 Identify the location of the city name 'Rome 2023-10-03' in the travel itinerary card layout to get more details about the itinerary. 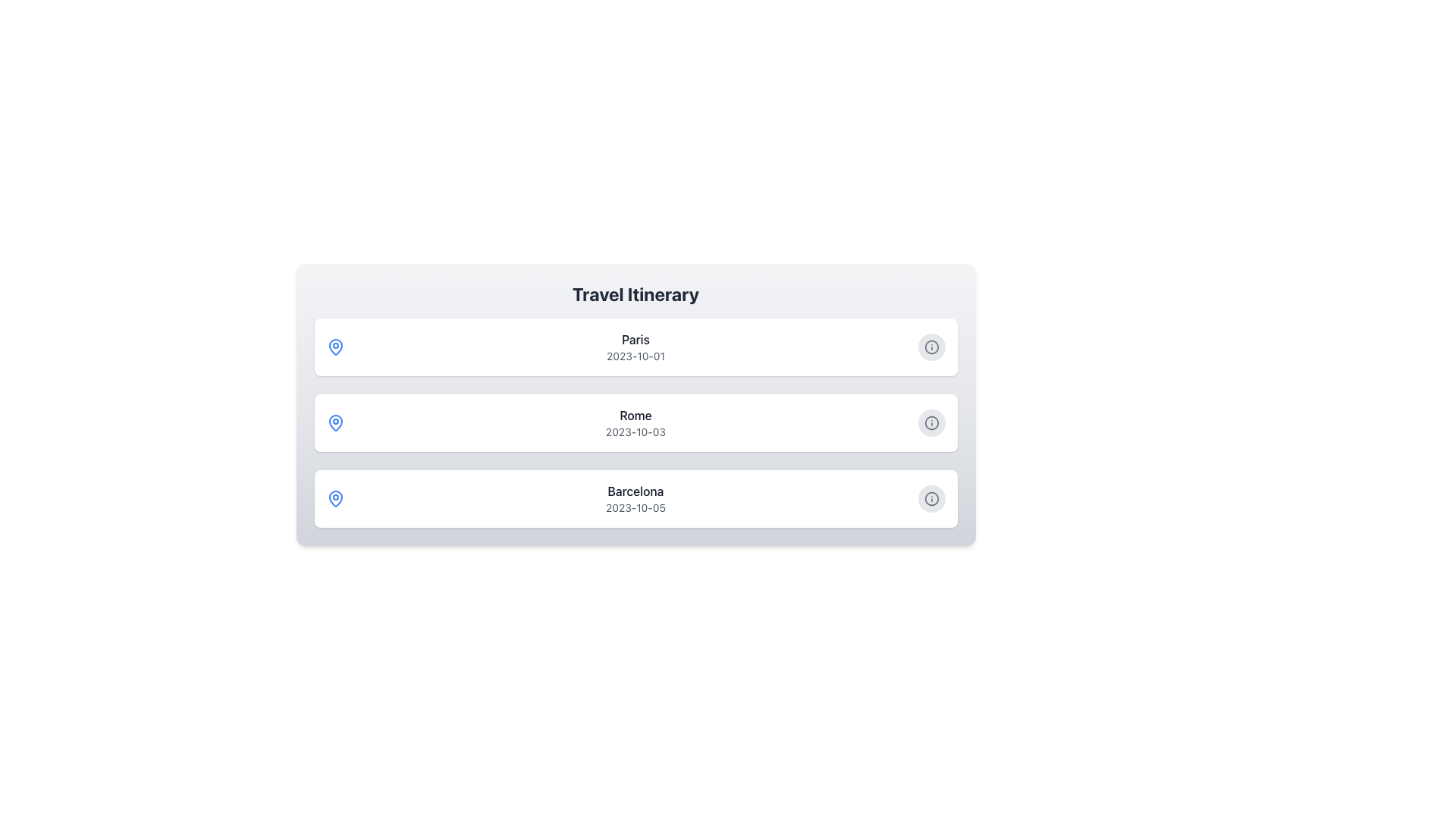
(635, 423).